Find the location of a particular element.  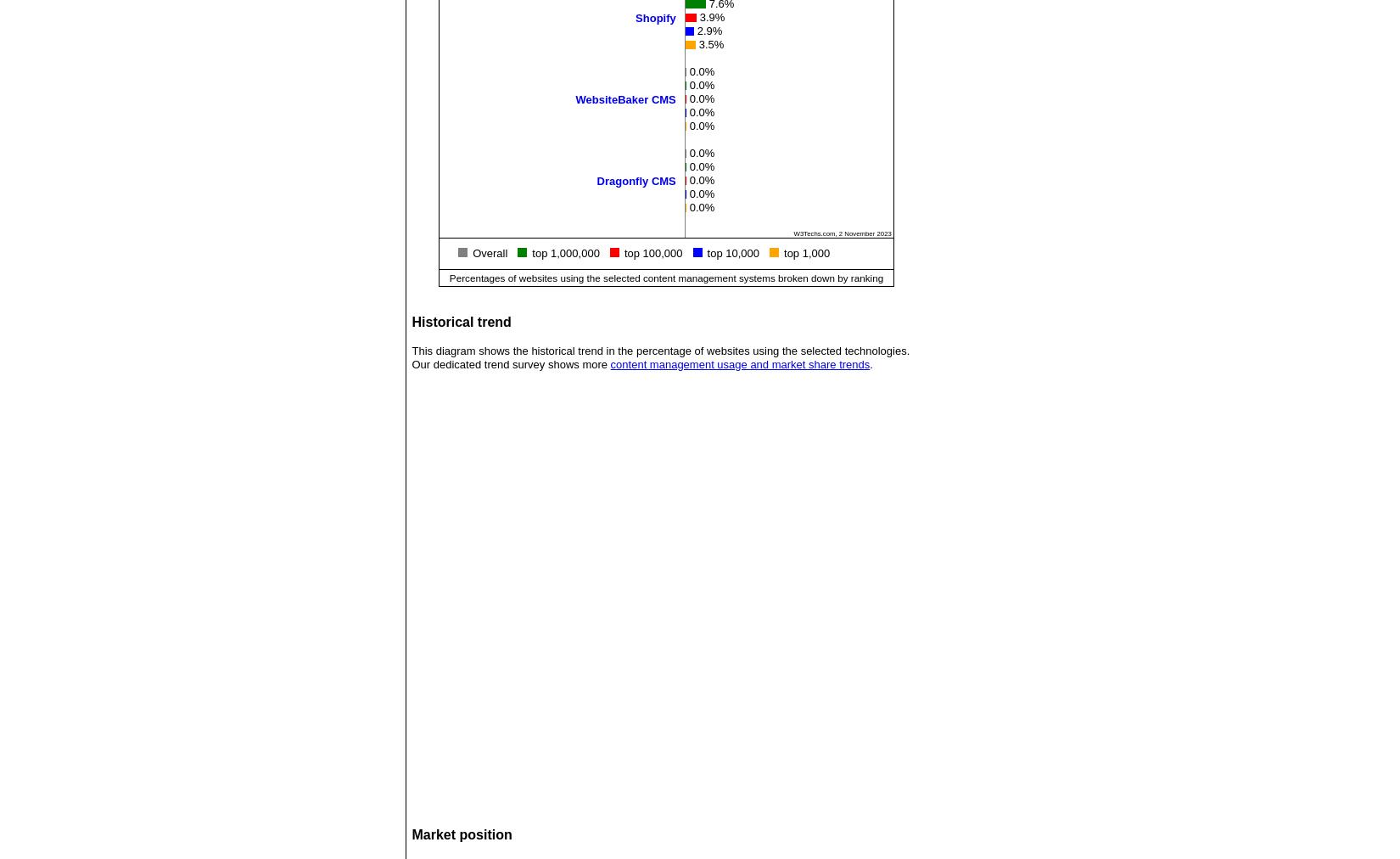

'Overall' is located at coordinates (472, 252).